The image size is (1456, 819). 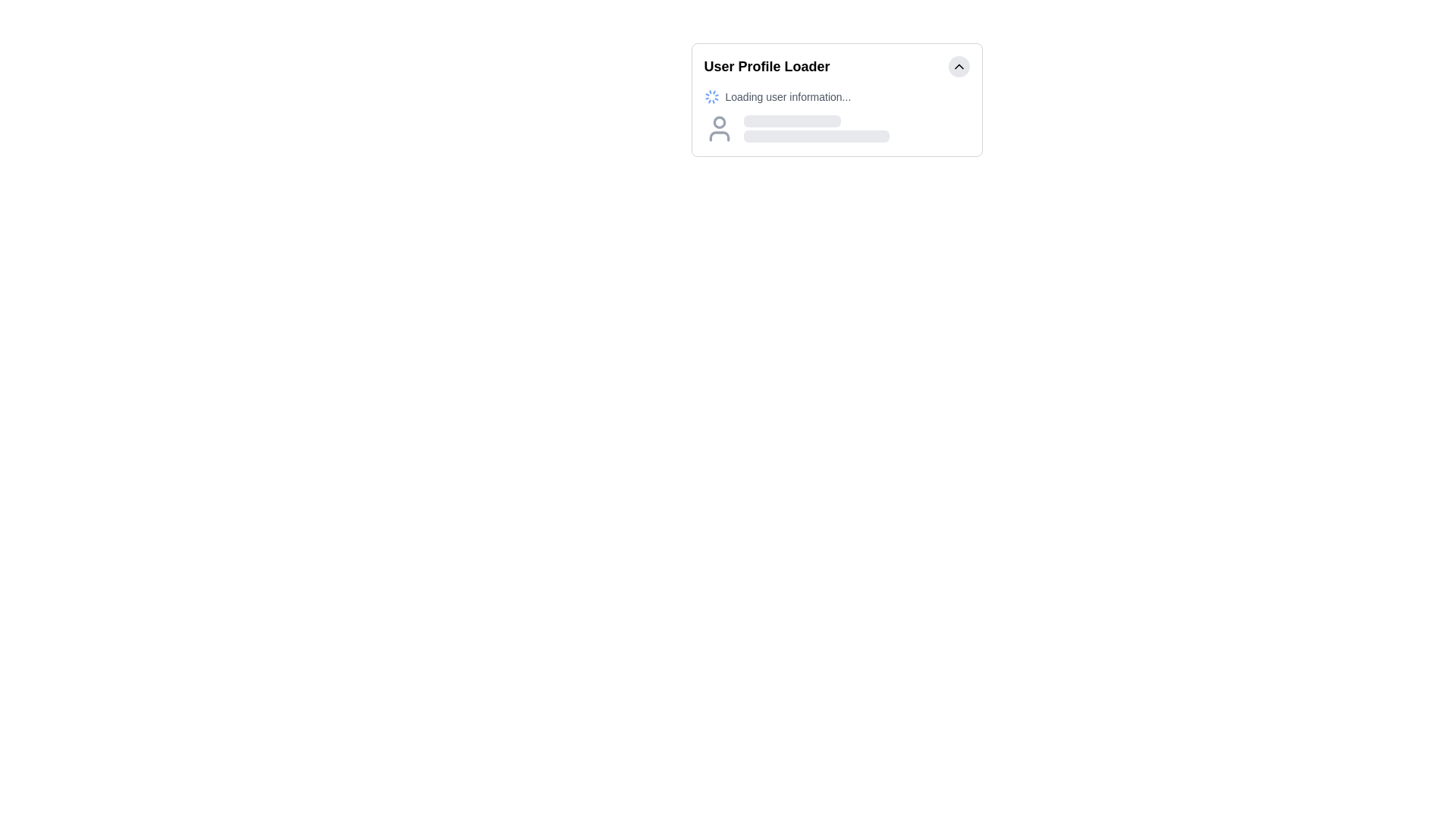 What do you see at coordinates (836, 116) in the screenshot?
I see `the Loading Indicator positioned below the 'User Profile Loader' header, which indicates the progress of loading or fetching user information` at bounding box center [836, 116].